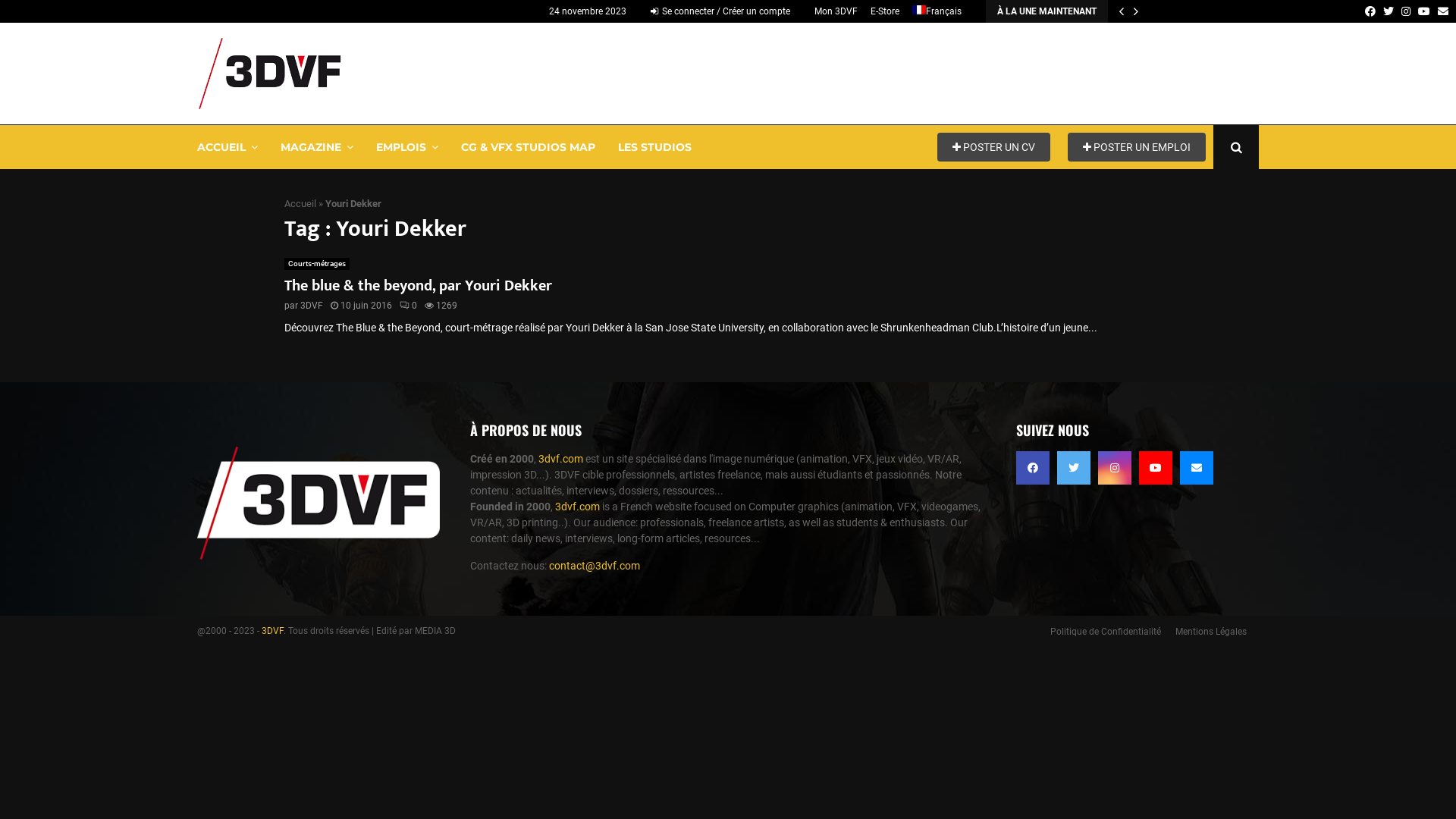 The width and height of the screenshot is (1456, 819). What do you see at coordinates (576, 506) in the screenshot?
I see `'3dvf.com'` at bounding box center [576, 506].